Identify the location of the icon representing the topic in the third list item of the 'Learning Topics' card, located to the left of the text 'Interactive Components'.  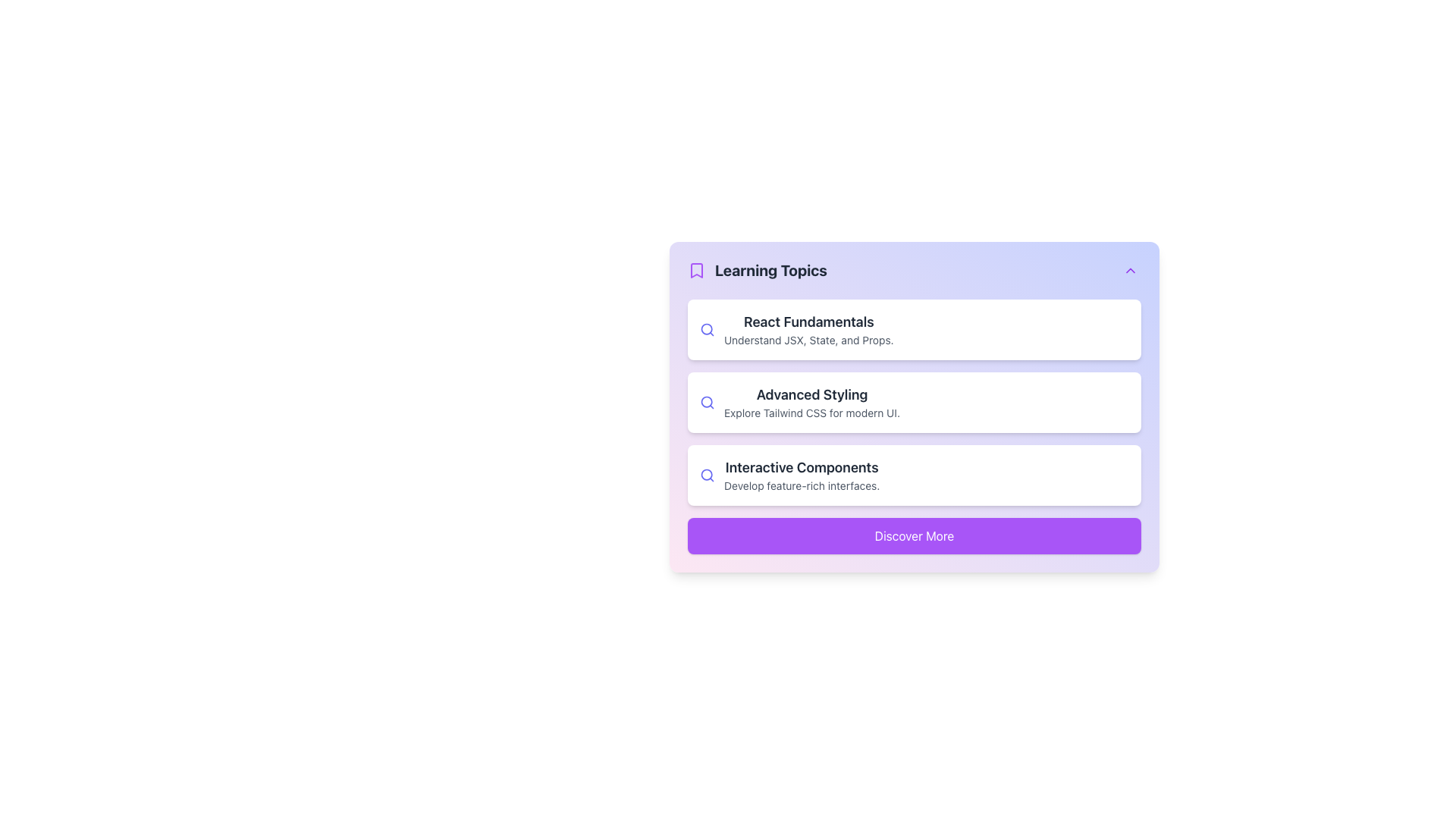
(706, 475).